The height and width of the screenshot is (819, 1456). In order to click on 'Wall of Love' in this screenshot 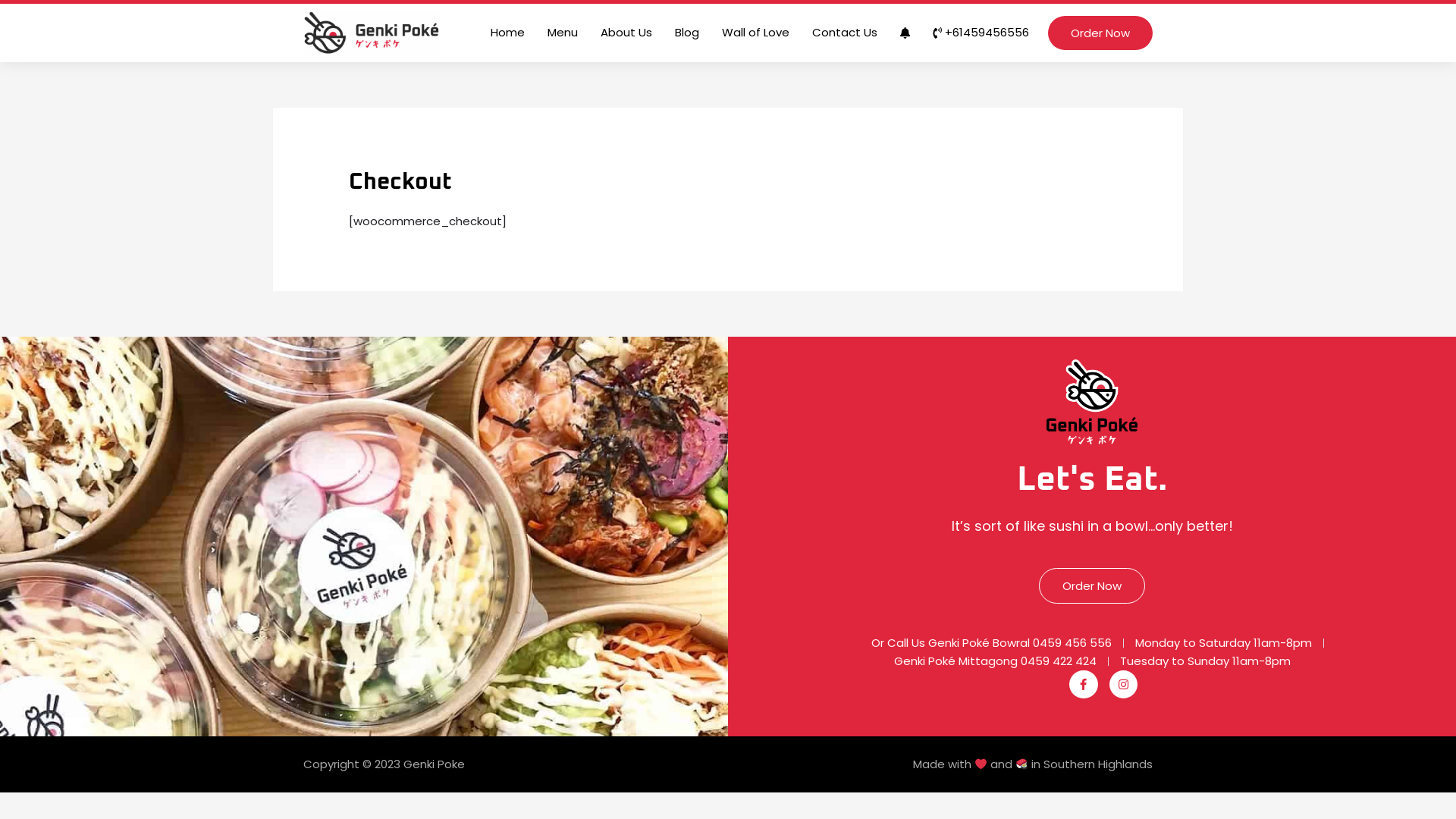, I will do `click(709, 32)`.